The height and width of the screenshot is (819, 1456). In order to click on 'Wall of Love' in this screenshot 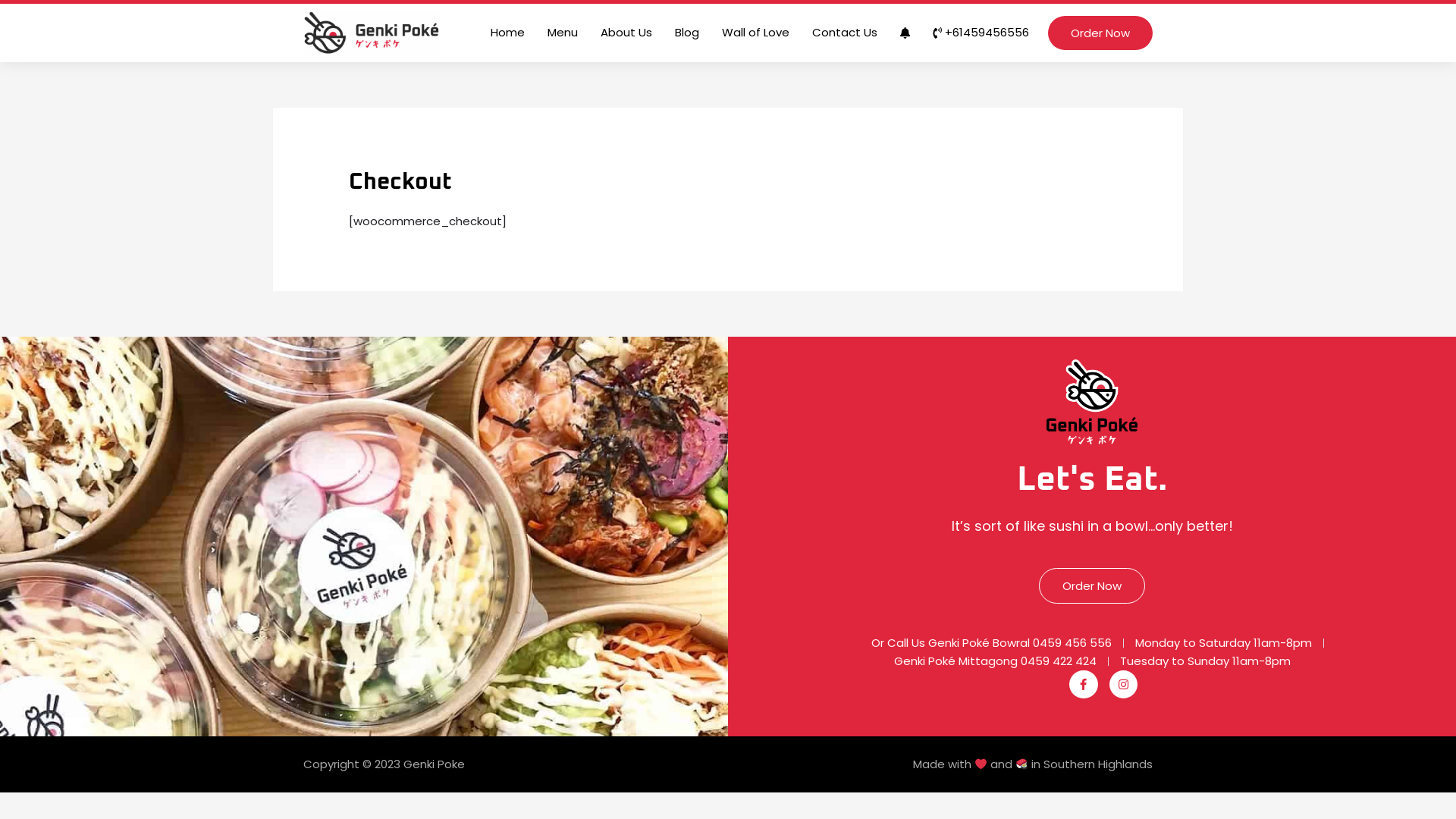, I will do `click(709, 32)`.